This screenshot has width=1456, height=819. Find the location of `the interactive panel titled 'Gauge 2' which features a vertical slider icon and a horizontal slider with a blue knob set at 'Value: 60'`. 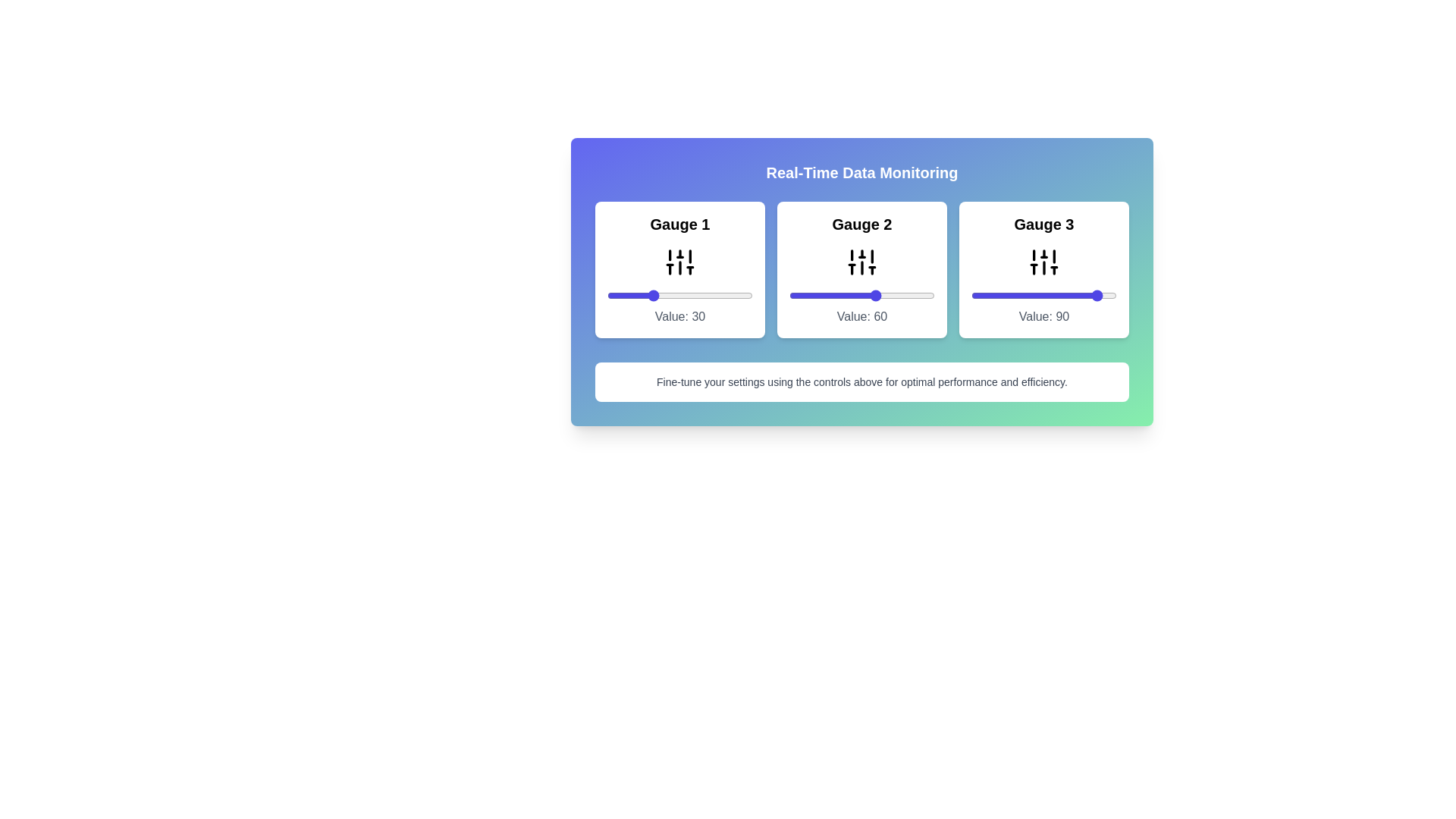

the interactive panel titled 'Gauge 2' which features a vertical slider icon and a horizontal slider with a blue knob set at 'Value: 60' is located at coordinates (862, 268).